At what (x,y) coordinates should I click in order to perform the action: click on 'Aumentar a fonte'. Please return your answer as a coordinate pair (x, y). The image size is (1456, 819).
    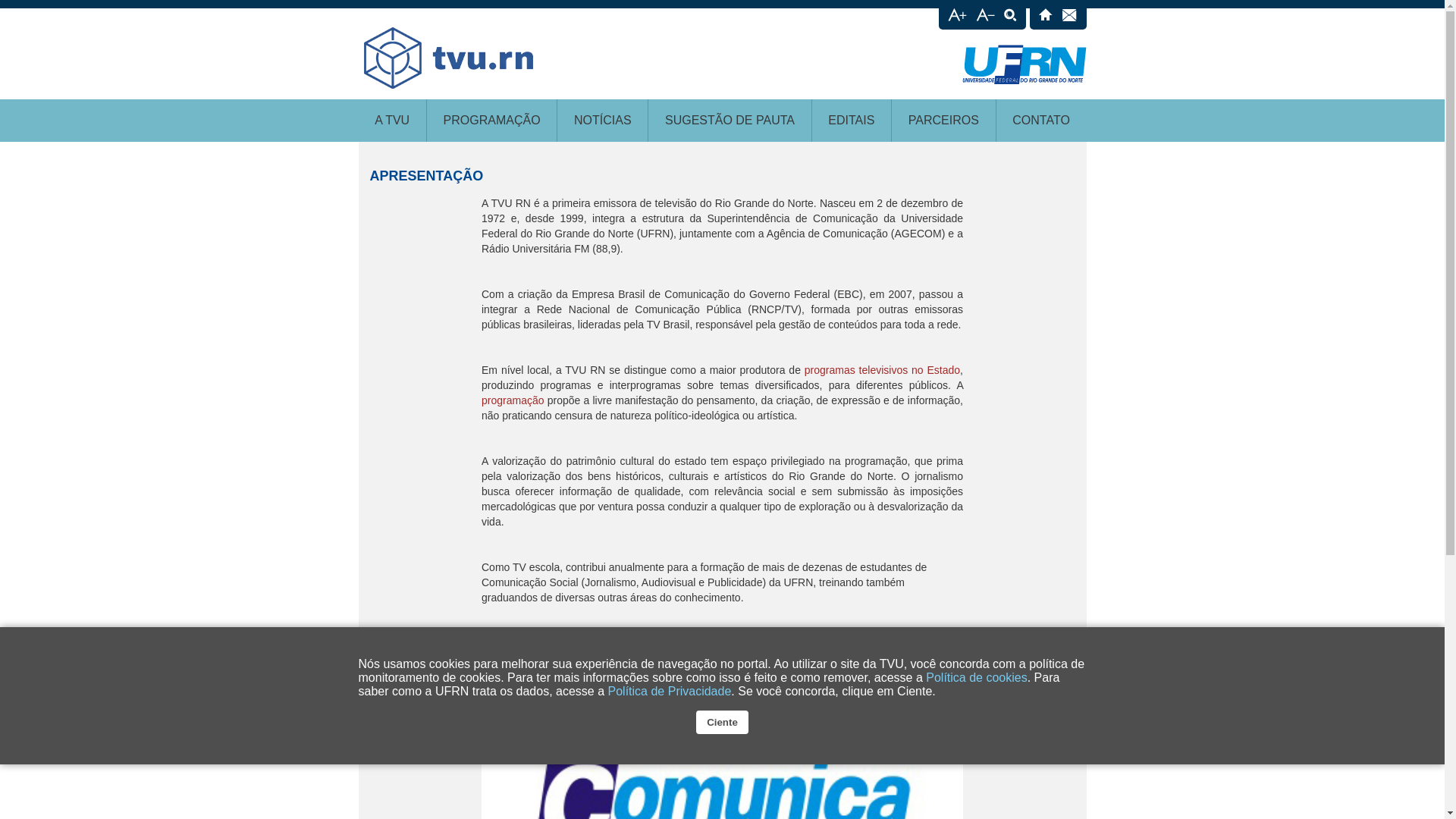
    Looking at the image, I should click on (956, 17).